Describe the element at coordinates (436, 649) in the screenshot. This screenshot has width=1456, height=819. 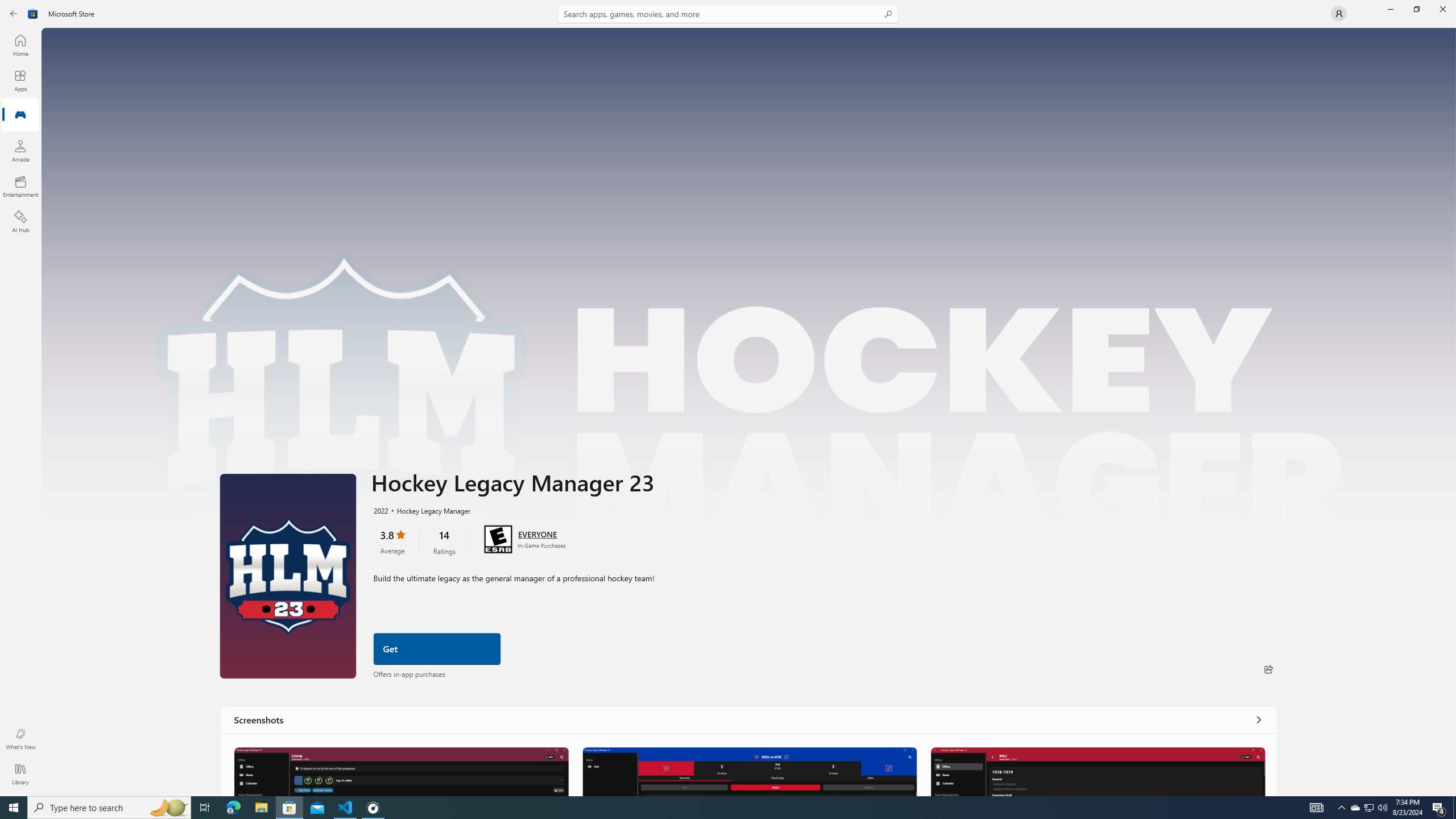
I see `'Get'` at that location.